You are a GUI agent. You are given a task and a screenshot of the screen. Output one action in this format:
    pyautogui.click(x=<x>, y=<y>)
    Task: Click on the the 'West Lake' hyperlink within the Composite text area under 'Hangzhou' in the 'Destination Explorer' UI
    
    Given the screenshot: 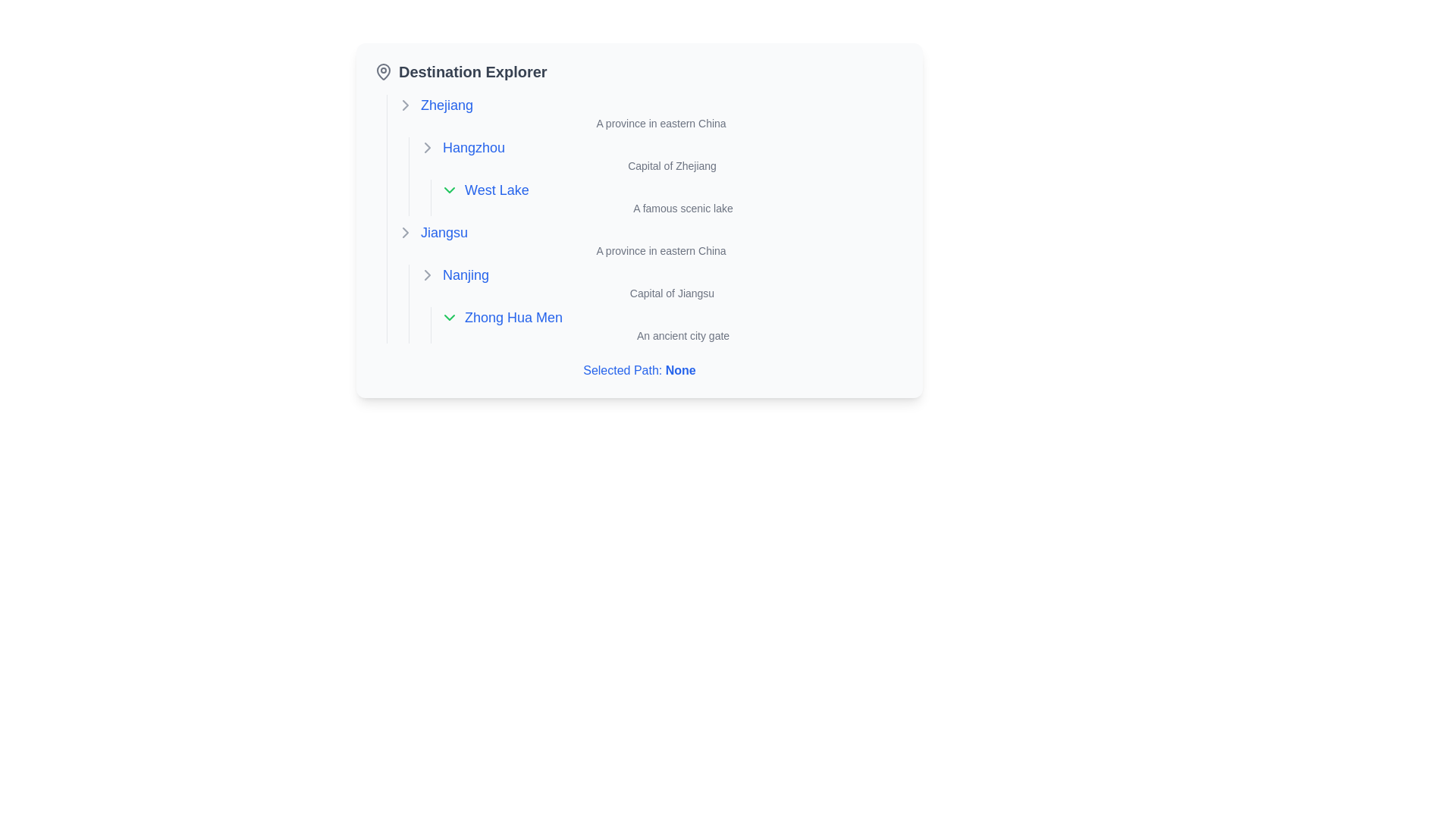 What is the action you would take?
    pyautogui.click(x=667, y=197)
    